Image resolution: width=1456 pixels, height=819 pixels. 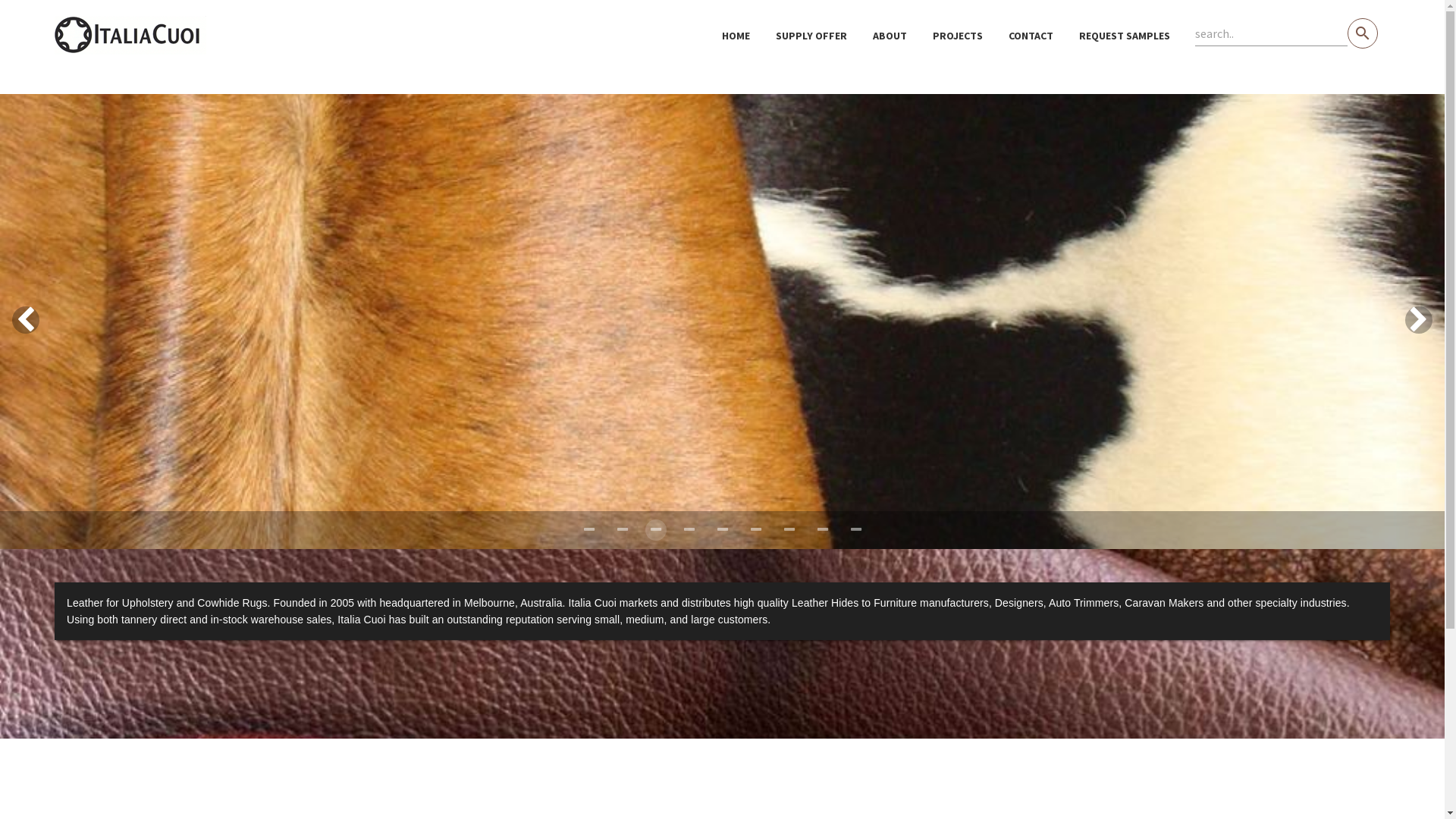 What do you see at coordinates (655, 529) in the screenshot?
I see `'2'` at bounding box center [655, 529].